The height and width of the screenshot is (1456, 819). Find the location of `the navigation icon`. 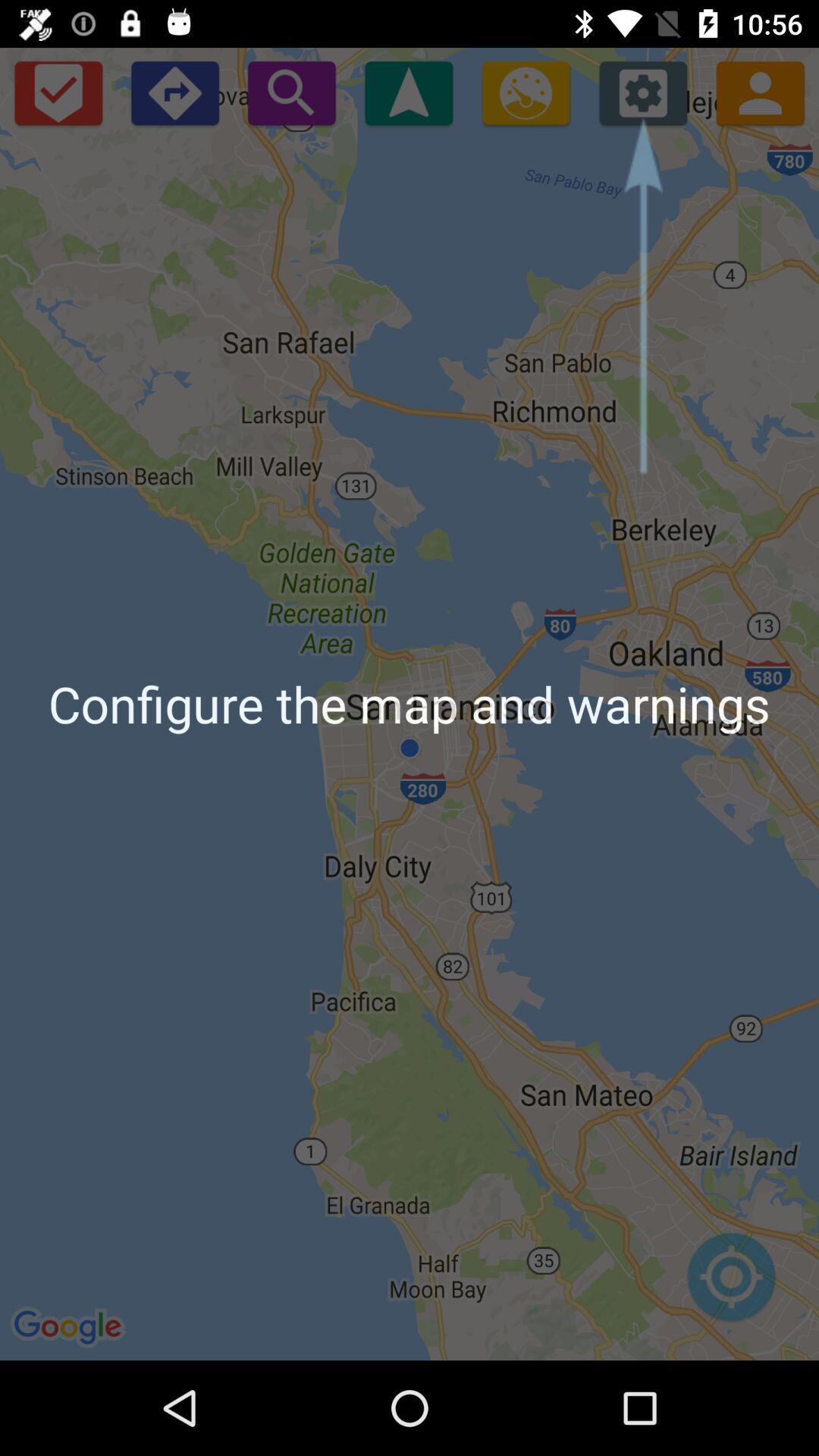

the navigation icon is located at coordinates (408, 92).